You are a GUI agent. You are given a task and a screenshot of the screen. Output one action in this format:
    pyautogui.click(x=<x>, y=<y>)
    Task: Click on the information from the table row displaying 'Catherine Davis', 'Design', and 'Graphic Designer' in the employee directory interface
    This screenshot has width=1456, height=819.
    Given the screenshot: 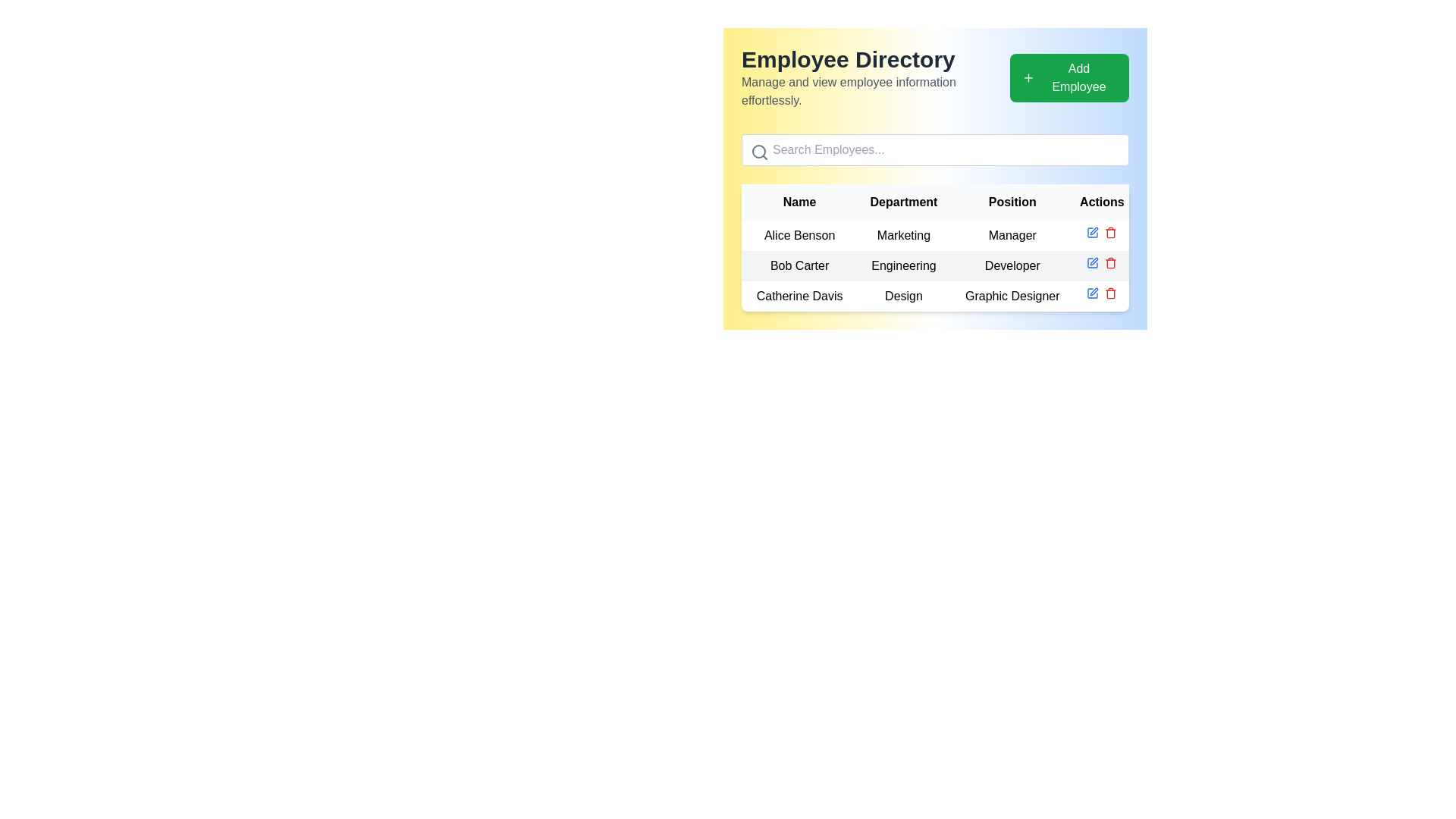 What is the action you would take?
    pyautogui.click(x=934, y=296)
    